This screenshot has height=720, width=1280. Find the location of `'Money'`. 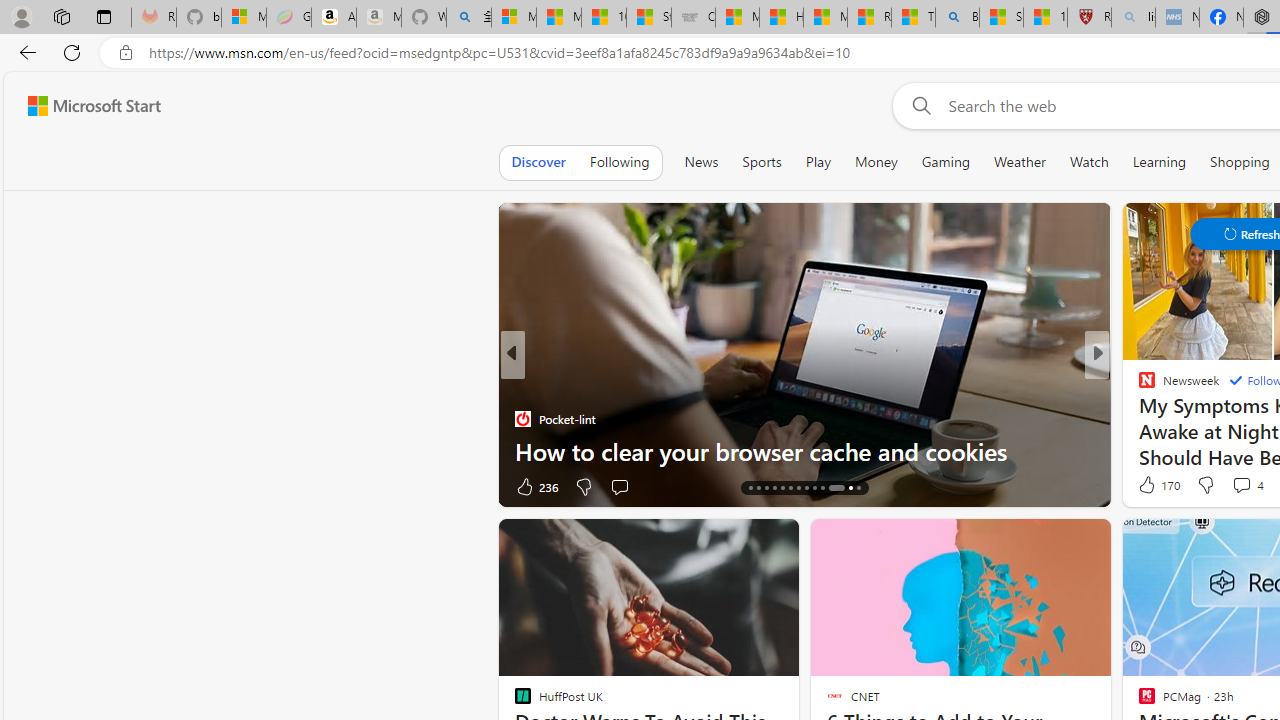

'Money' is located at coordinates (876, 161).